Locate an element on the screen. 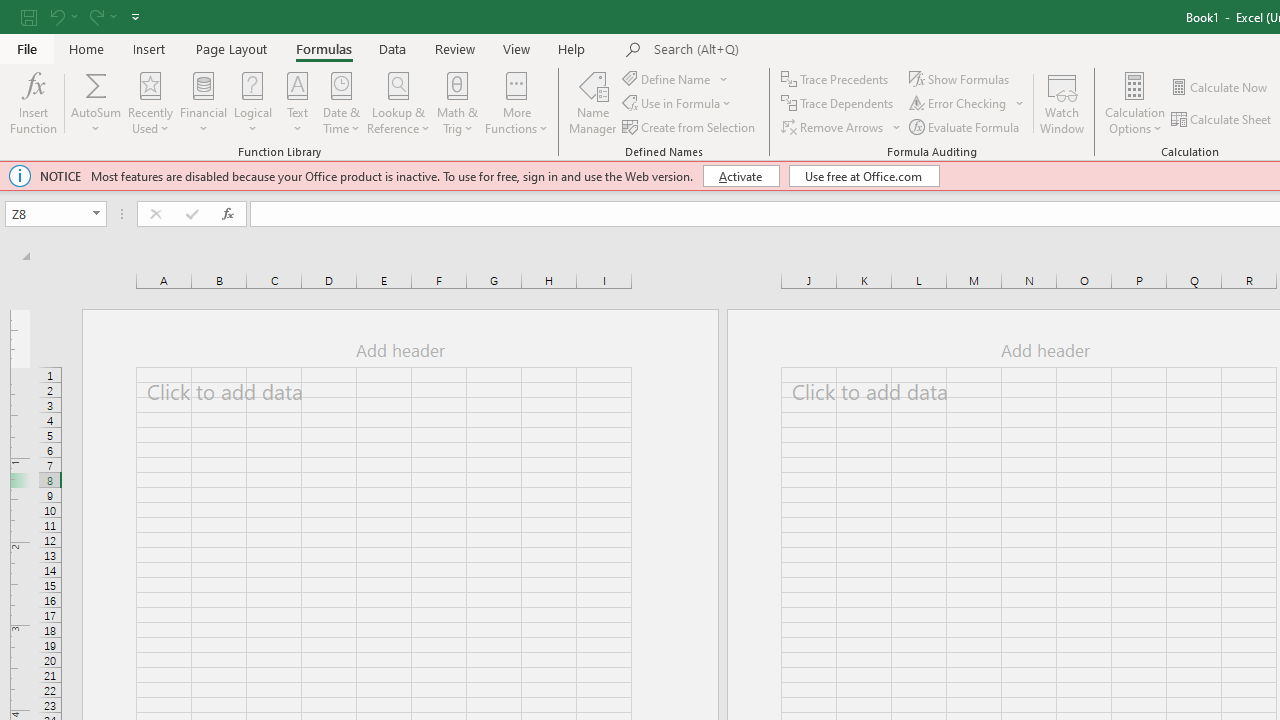 The width and height of the screenshot is (1280, 720). 'Define Name...' is located at coordinates (668, 78).